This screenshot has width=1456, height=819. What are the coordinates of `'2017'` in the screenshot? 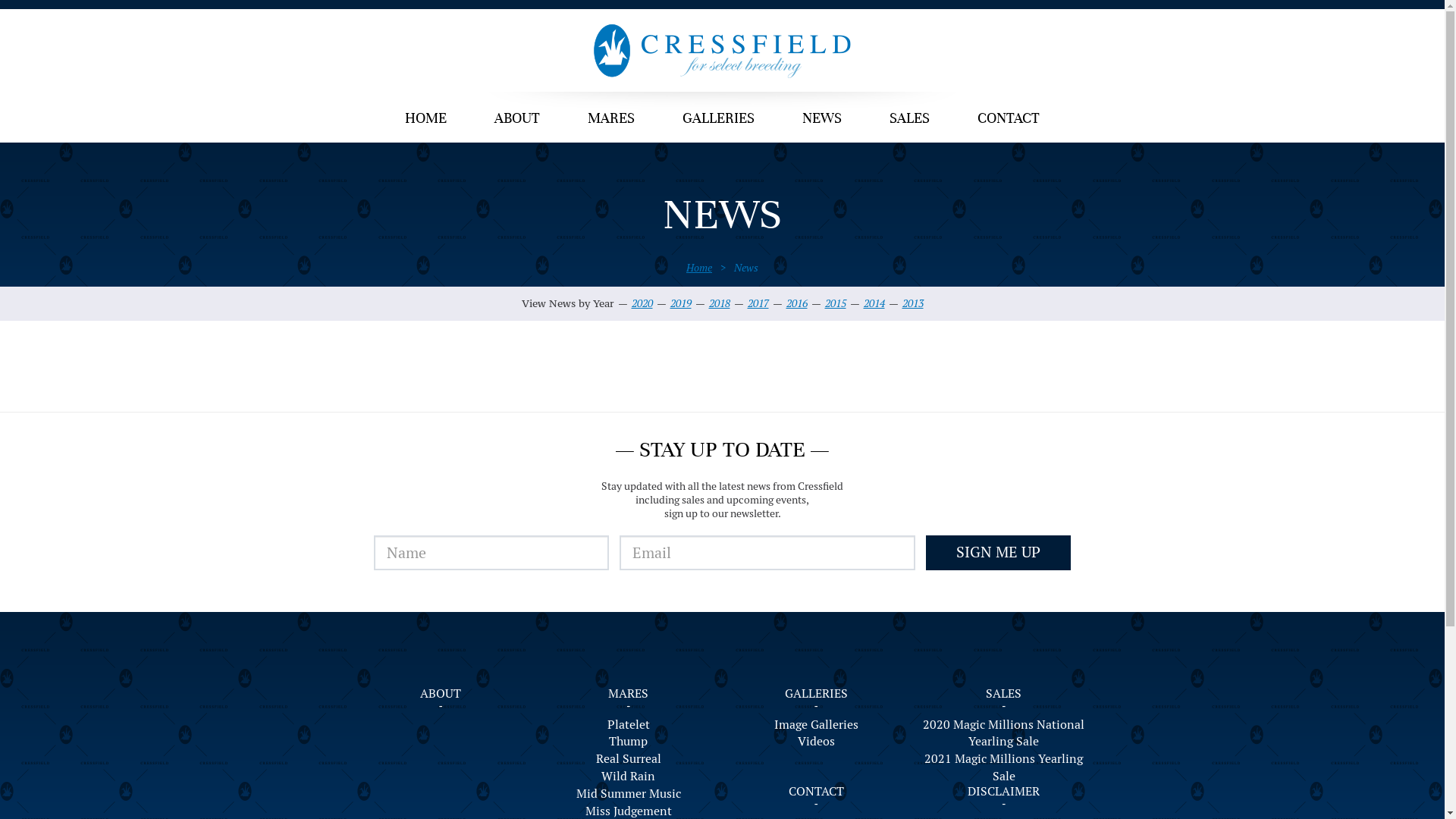 It's located at (747, 303).